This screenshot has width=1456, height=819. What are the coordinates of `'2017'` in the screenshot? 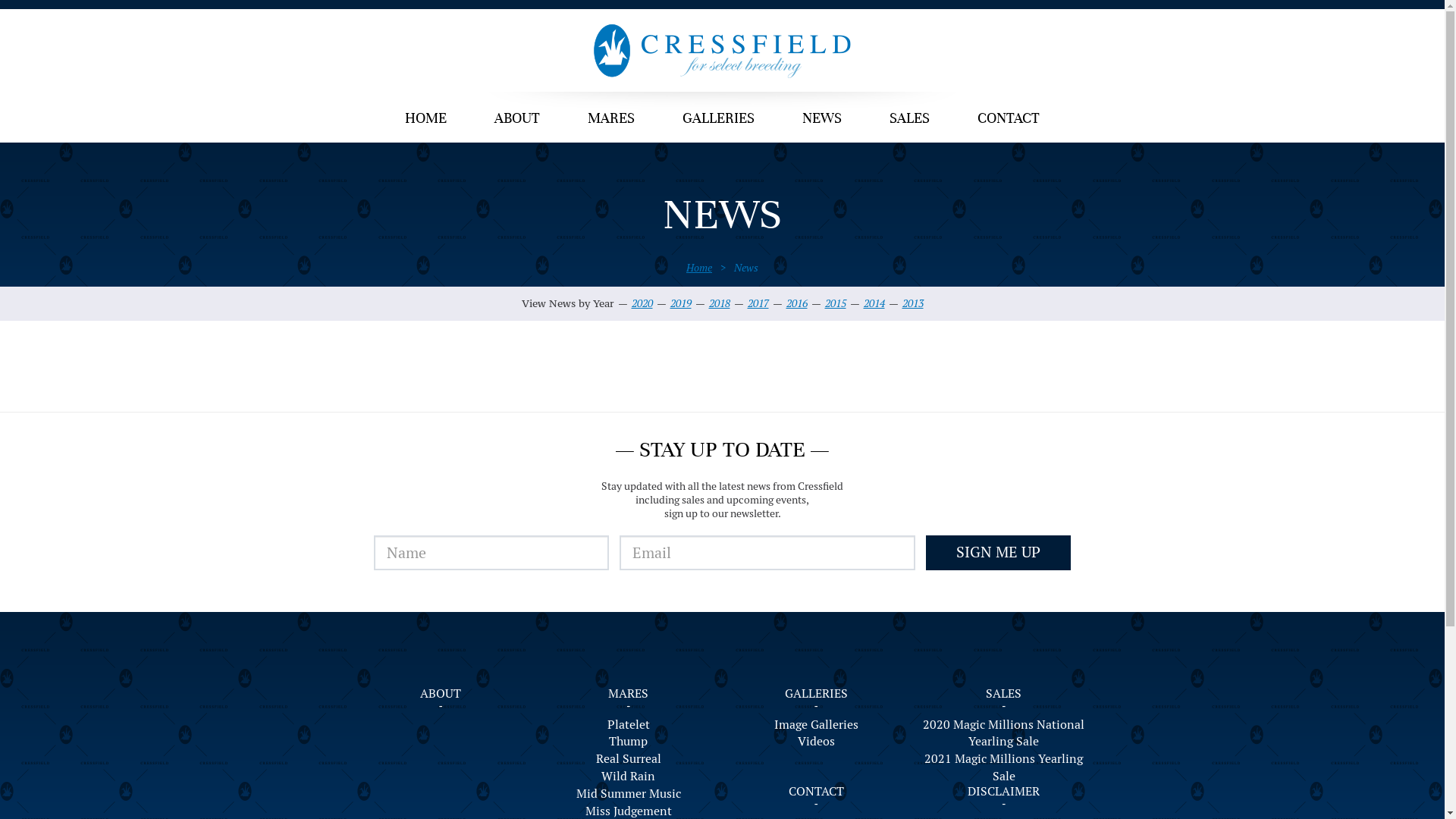 It's located at (747, 303).